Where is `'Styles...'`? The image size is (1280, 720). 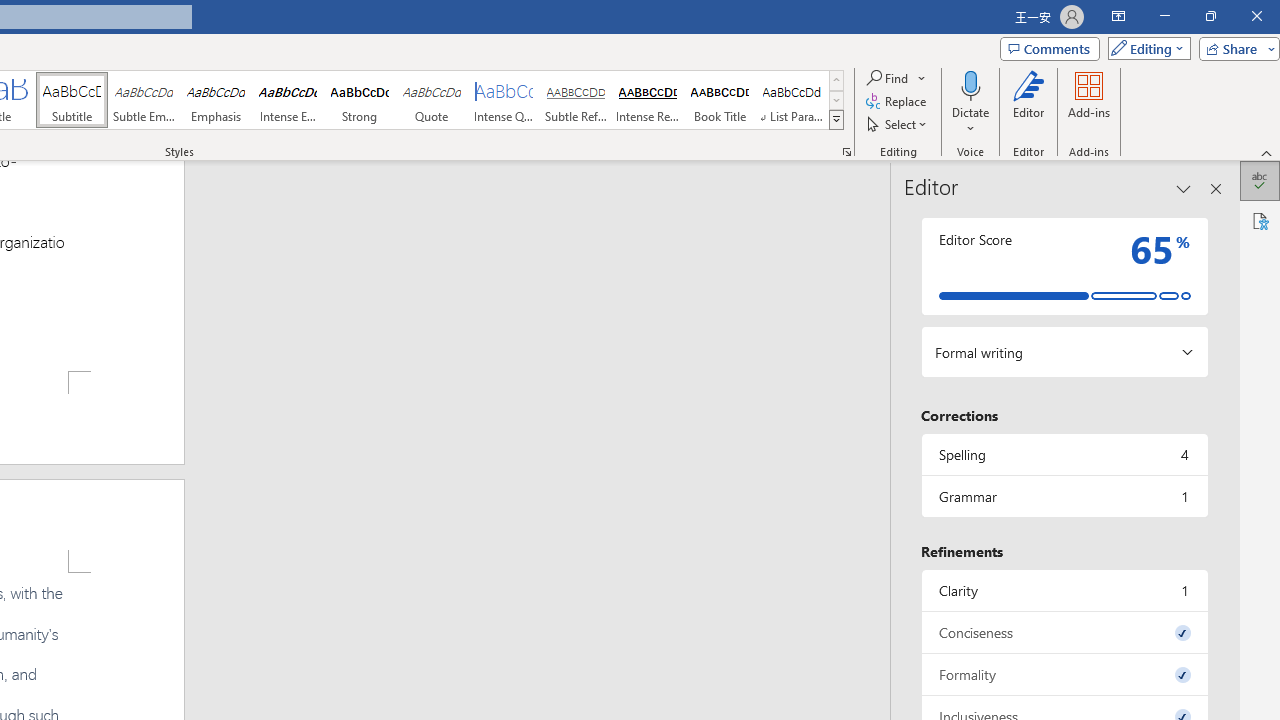 'Styles...' is located at coordinates (846, 150).